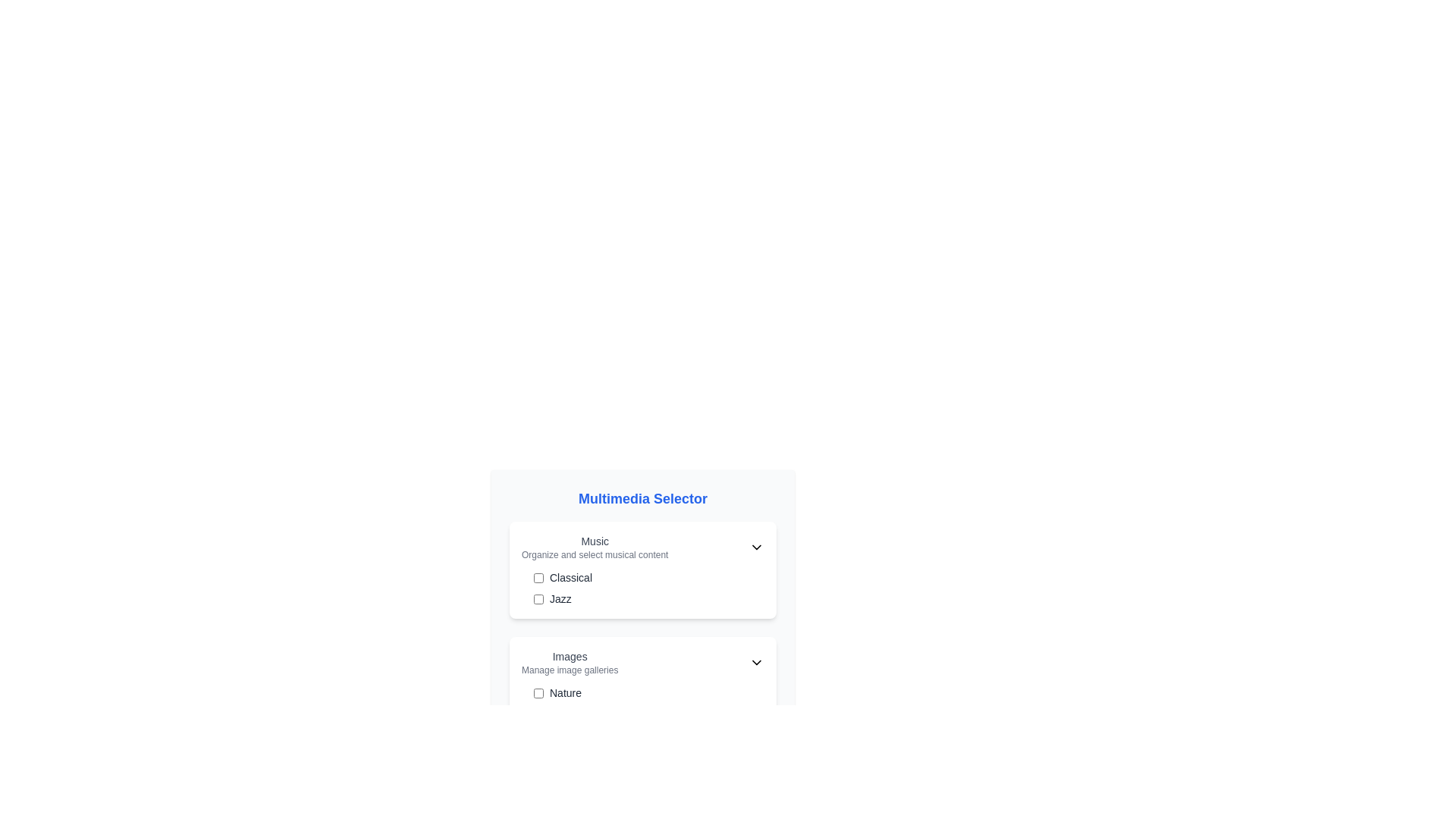  I want to click on the Descriptive Label that provides additional context about the 'Music' section, located under the 'Music' title in the 'Multimedia Selector' panel, so click(594, 555).